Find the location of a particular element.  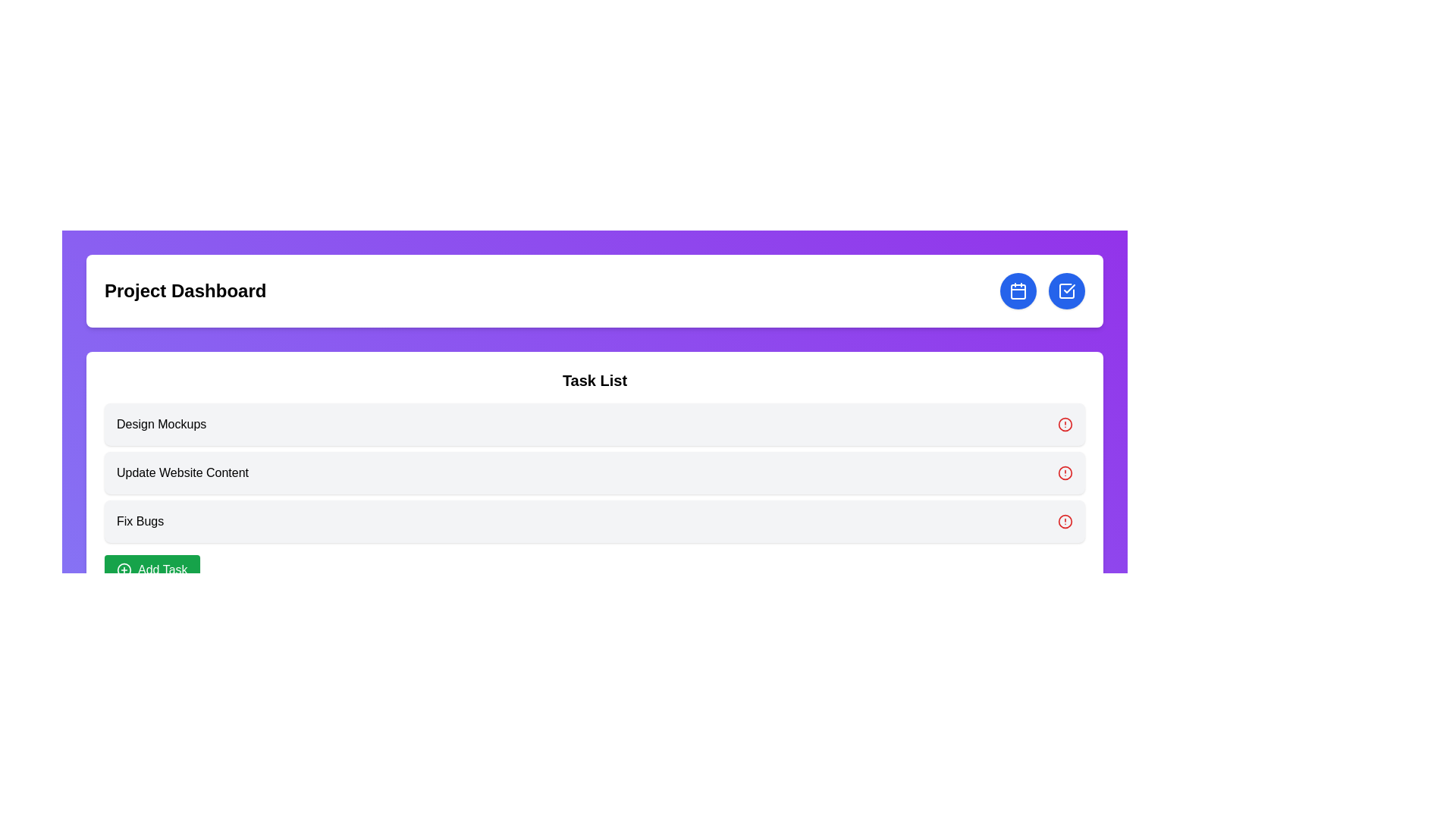

the 'Add Task' text label located within a green button at the bottom-left corner of the task list section is located at coordinates (162, 570).